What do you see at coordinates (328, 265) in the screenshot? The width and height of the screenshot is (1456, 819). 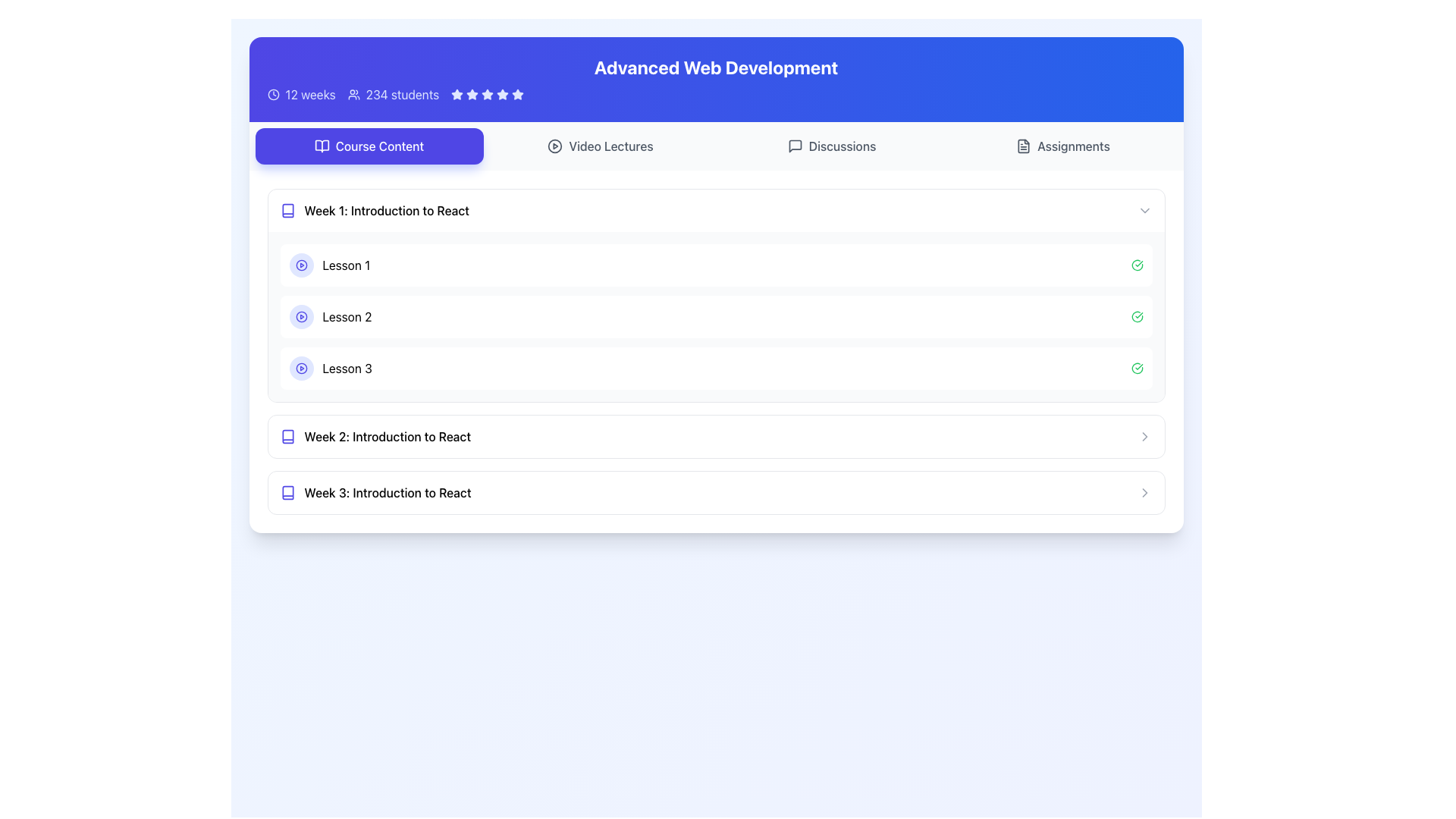 I see `the clickable item for 'Lesson 1' located under the 'Week 1: Introduction to React' section` at bounding box center [328, 265].